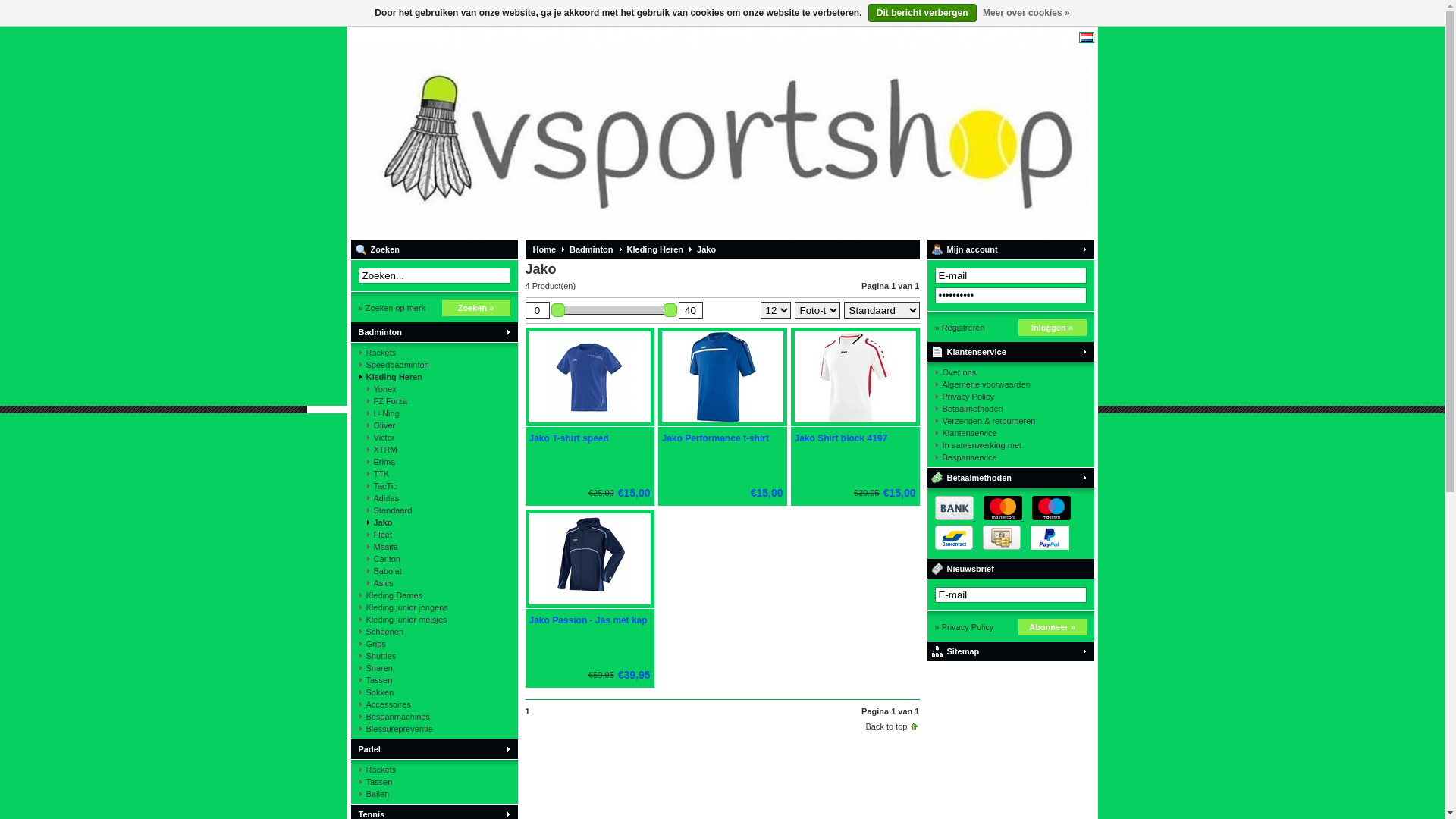 This screenshot has height=819, width=1456. What do you see at coordinates (432, 472) in the screenshot?
I see `'TTK'` at bounding box center [432, 472].